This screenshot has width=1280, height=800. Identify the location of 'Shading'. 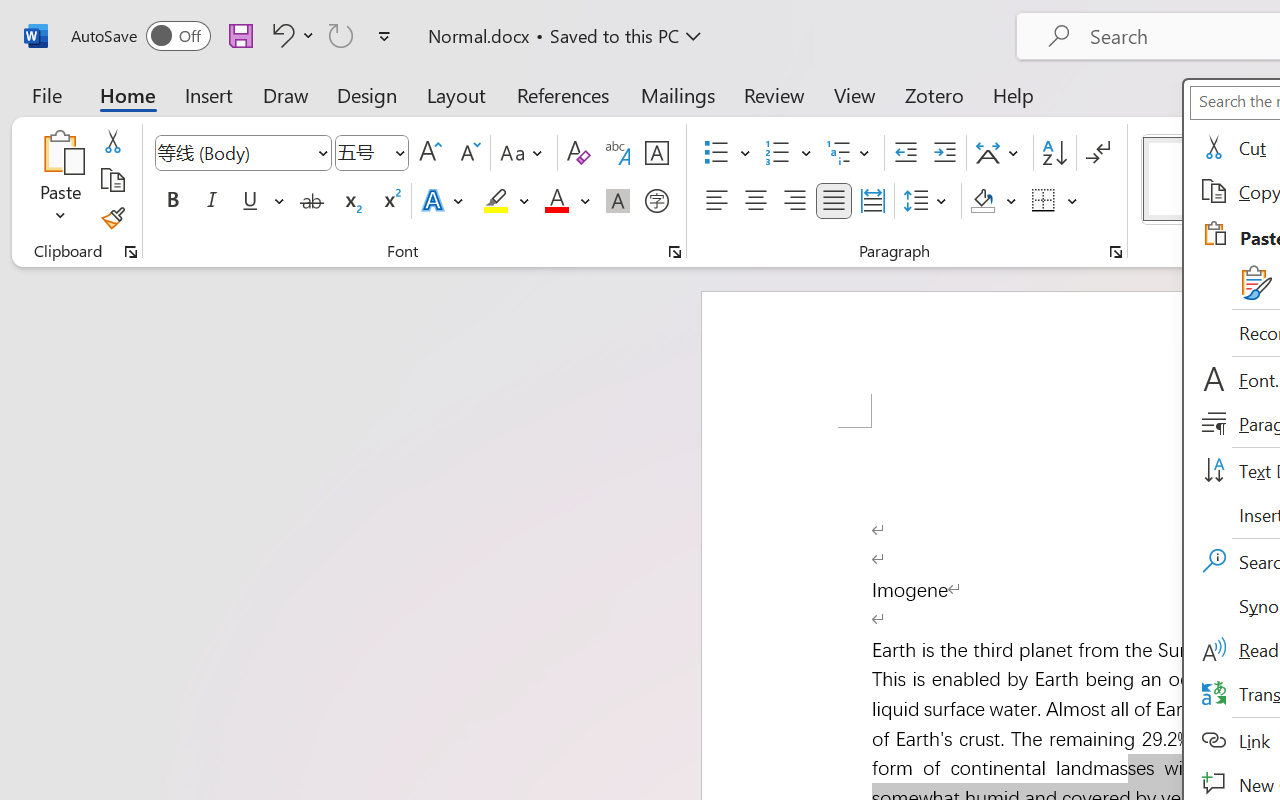
(993, 201).